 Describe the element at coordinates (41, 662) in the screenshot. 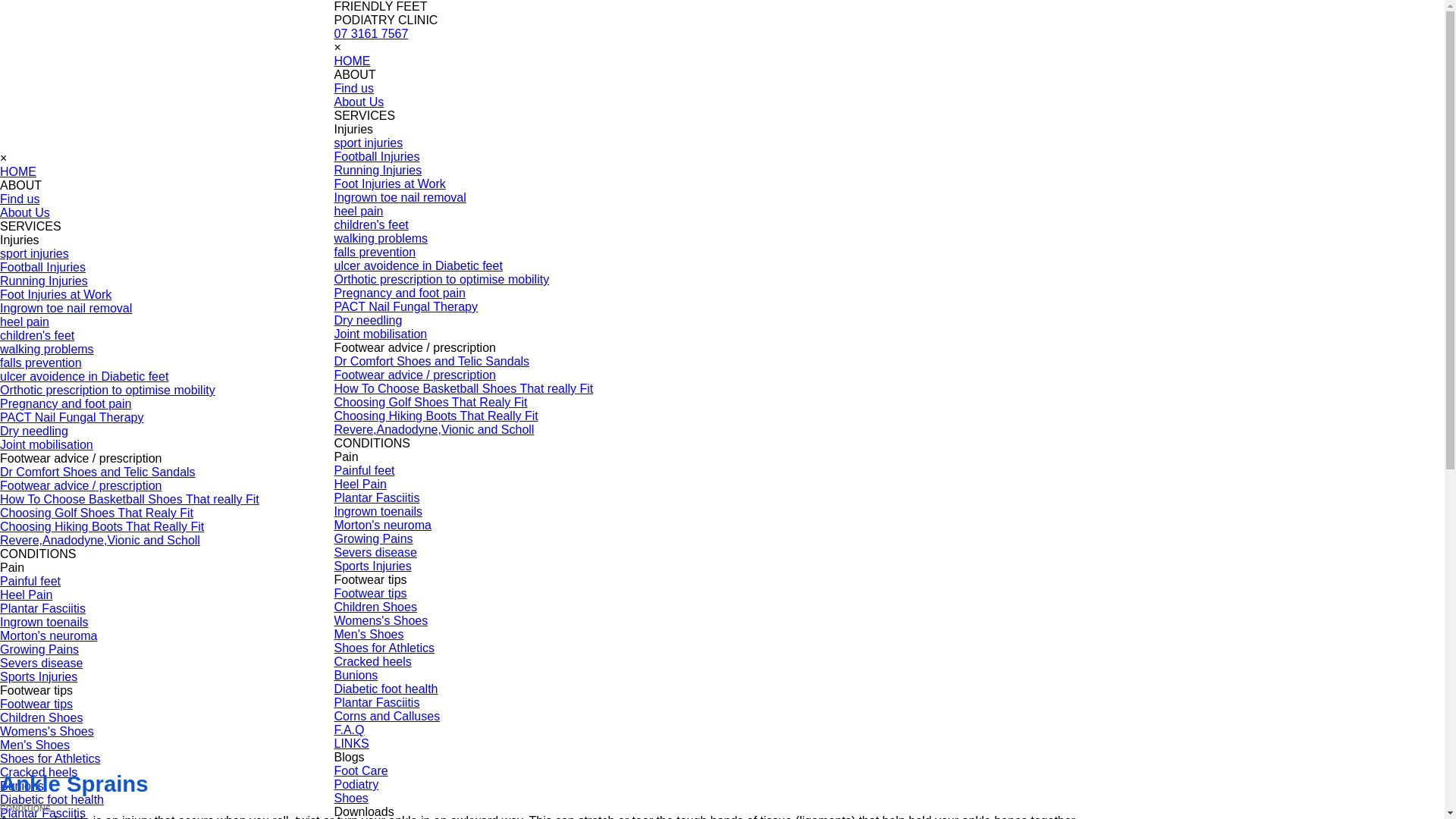

I see `'Severs disease'` at that location.